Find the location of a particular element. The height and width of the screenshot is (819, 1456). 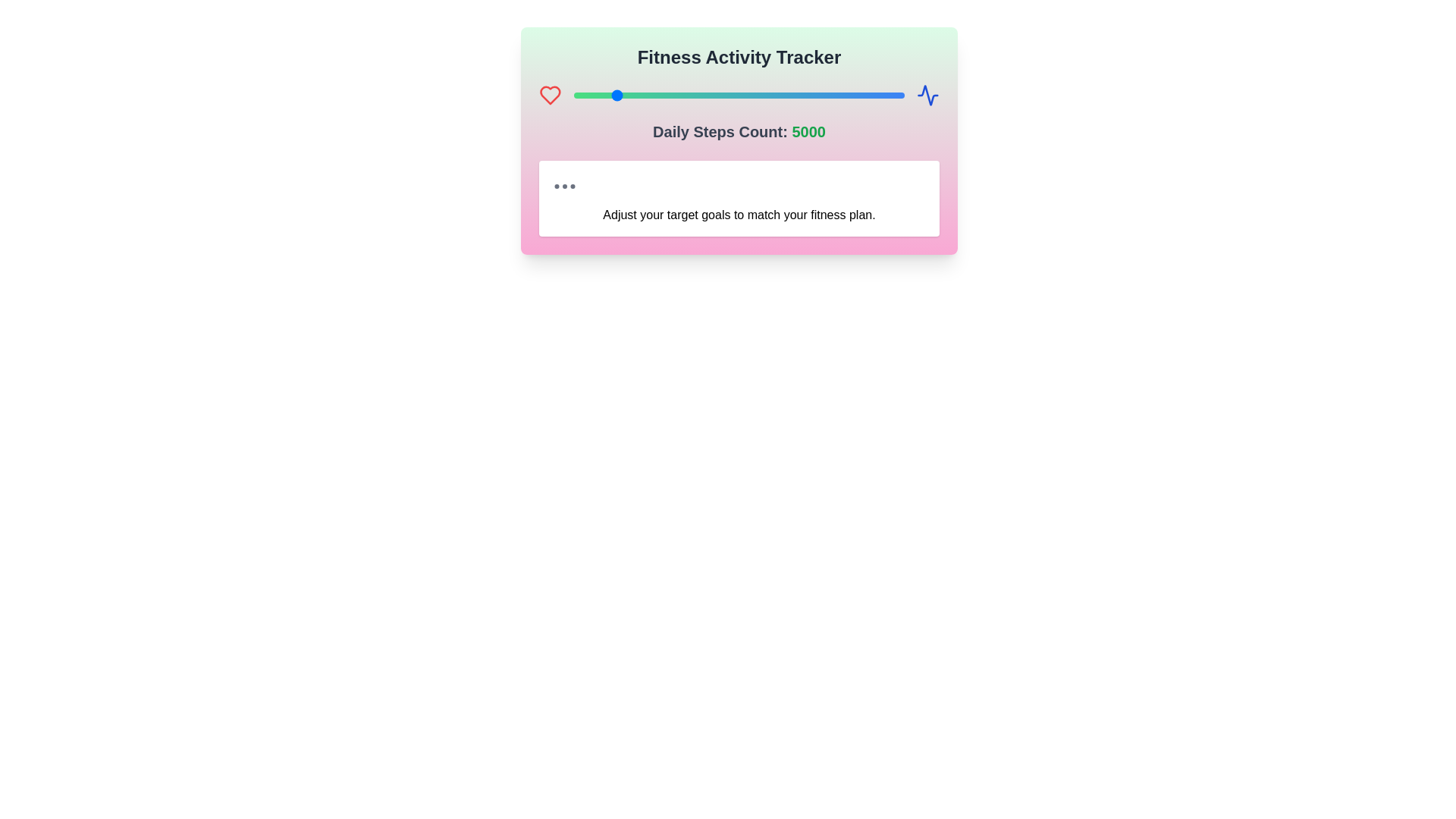

the steps count to 4624 using the slider is located at coordinates (604, 96).